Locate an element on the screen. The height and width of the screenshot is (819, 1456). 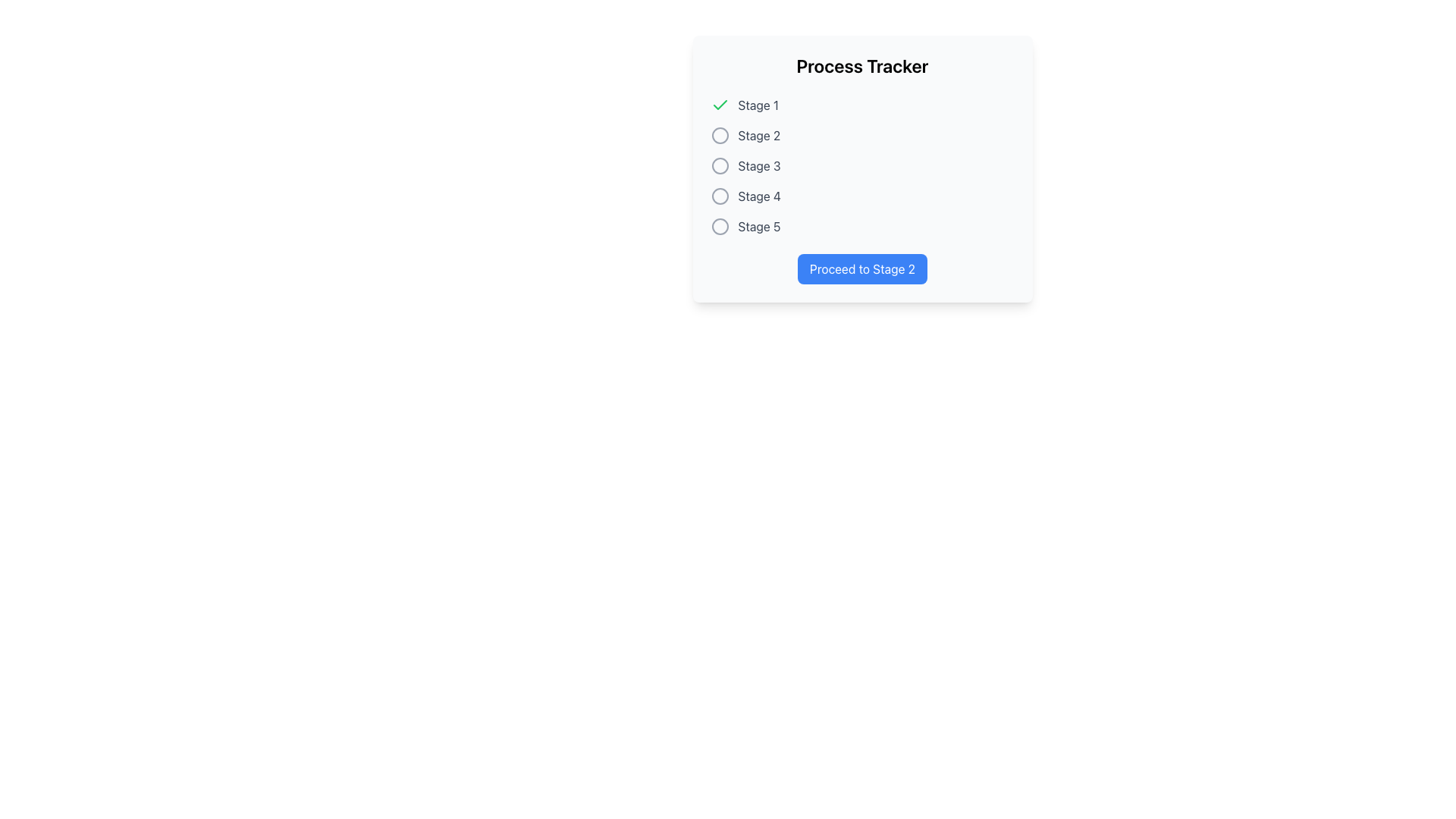
the Status indicator labeled 'Stage 1' with a green checkmark to receive additional information is located at coordinates (862, 104).